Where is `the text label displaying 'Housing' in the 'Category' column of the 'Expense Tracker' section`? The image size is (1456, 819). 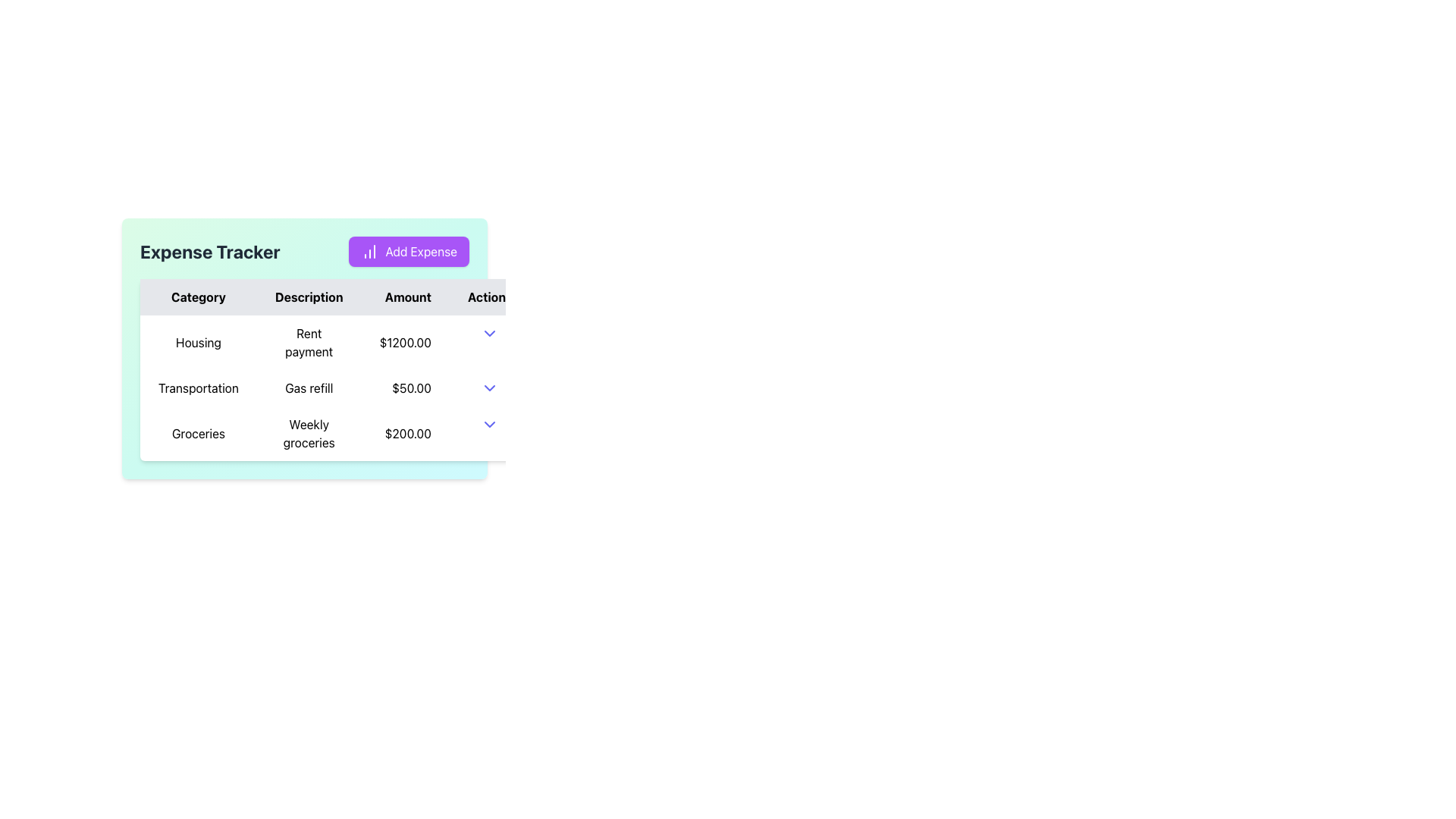 the text label displaying 'Housing' in the 'Category' column of the 'Expense Tracker' section is located at coordinates (197, 342).